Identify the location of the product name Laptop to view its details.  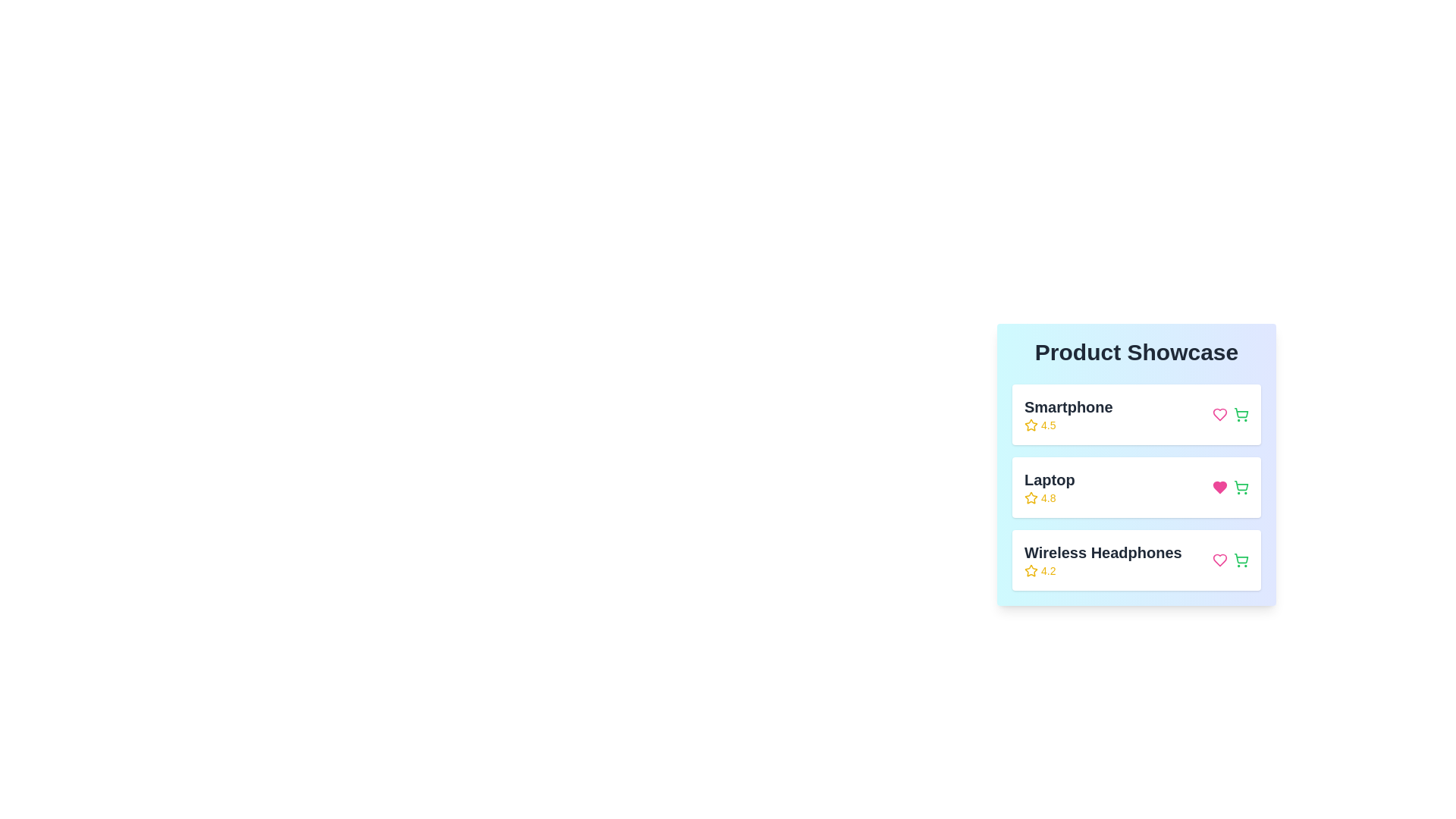
(1048, 488).